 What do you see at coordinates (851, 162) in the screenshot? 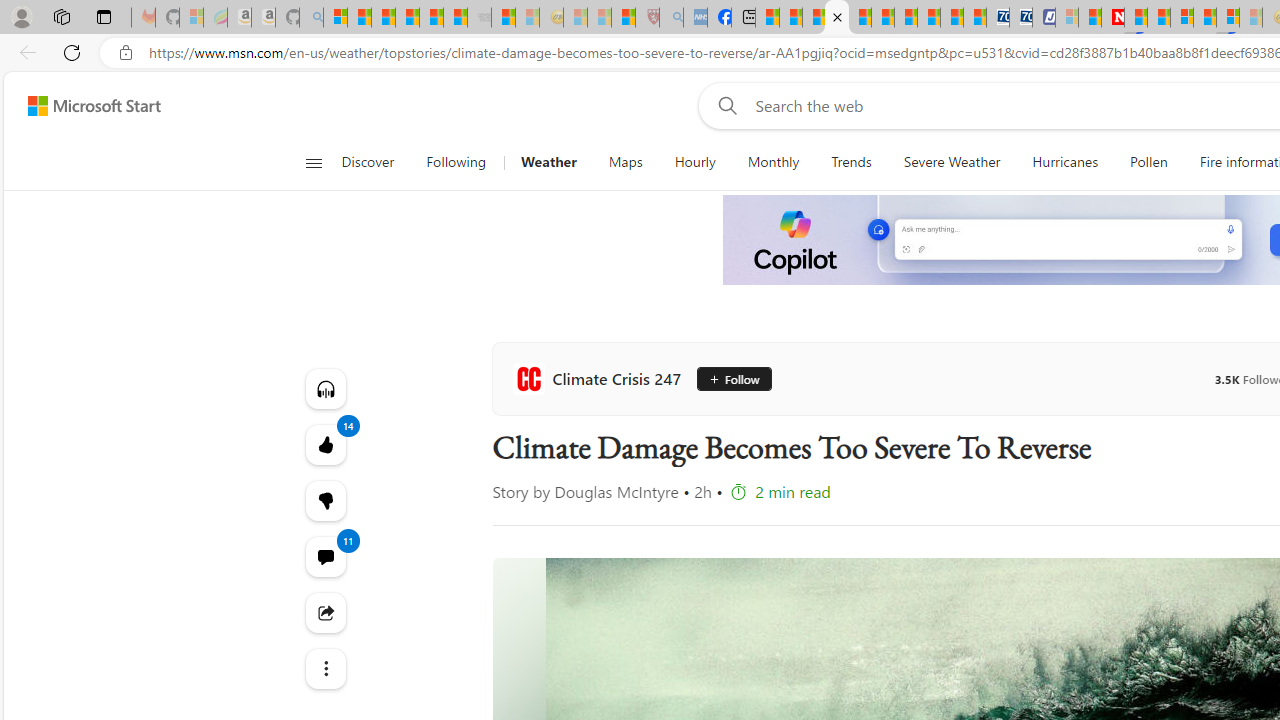
I see `'Trends'` at bounding box center [851, 162].